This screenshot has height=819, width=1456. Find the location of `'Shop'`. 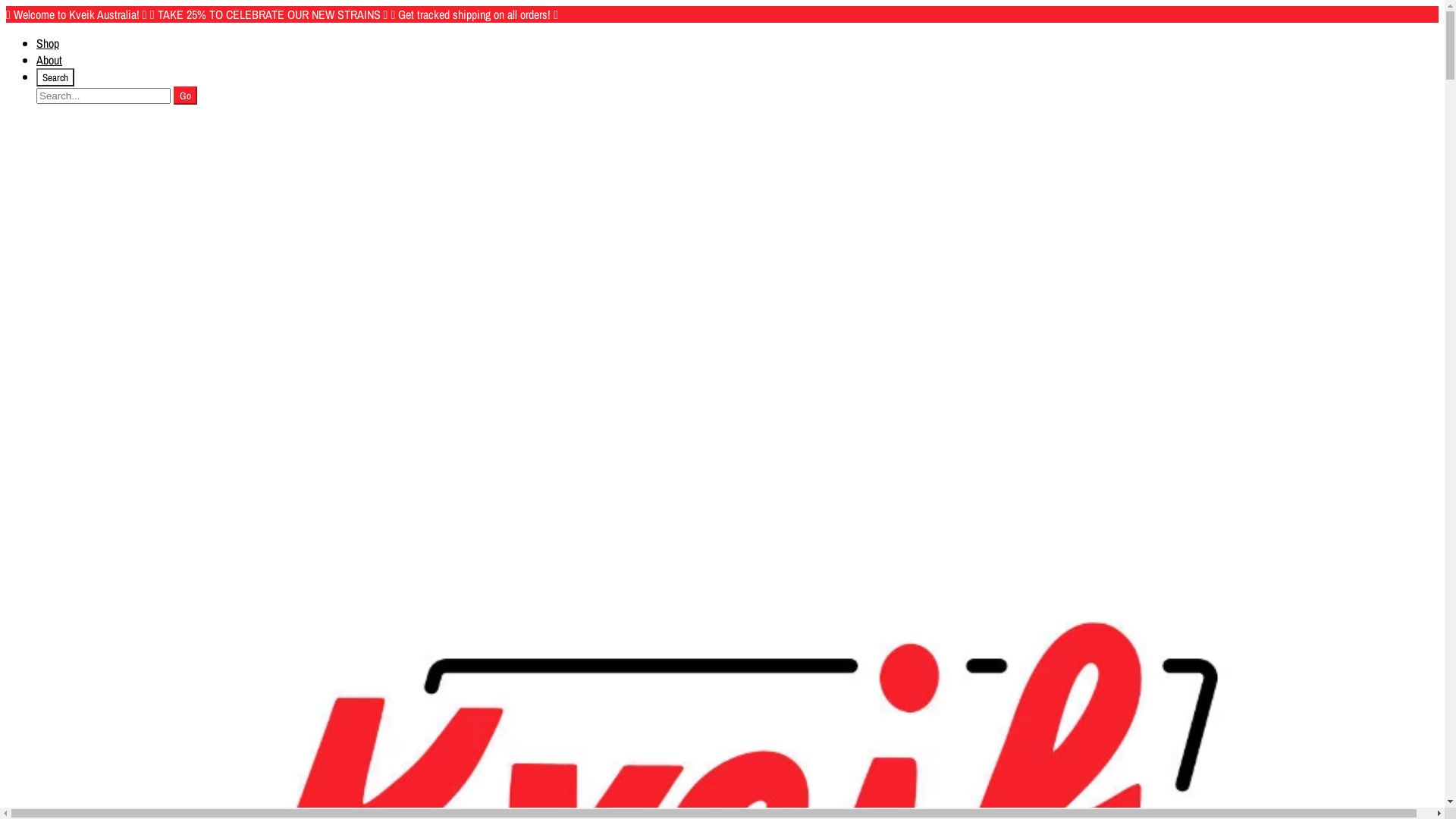

'Shop' is located at coordinates (47, 42).